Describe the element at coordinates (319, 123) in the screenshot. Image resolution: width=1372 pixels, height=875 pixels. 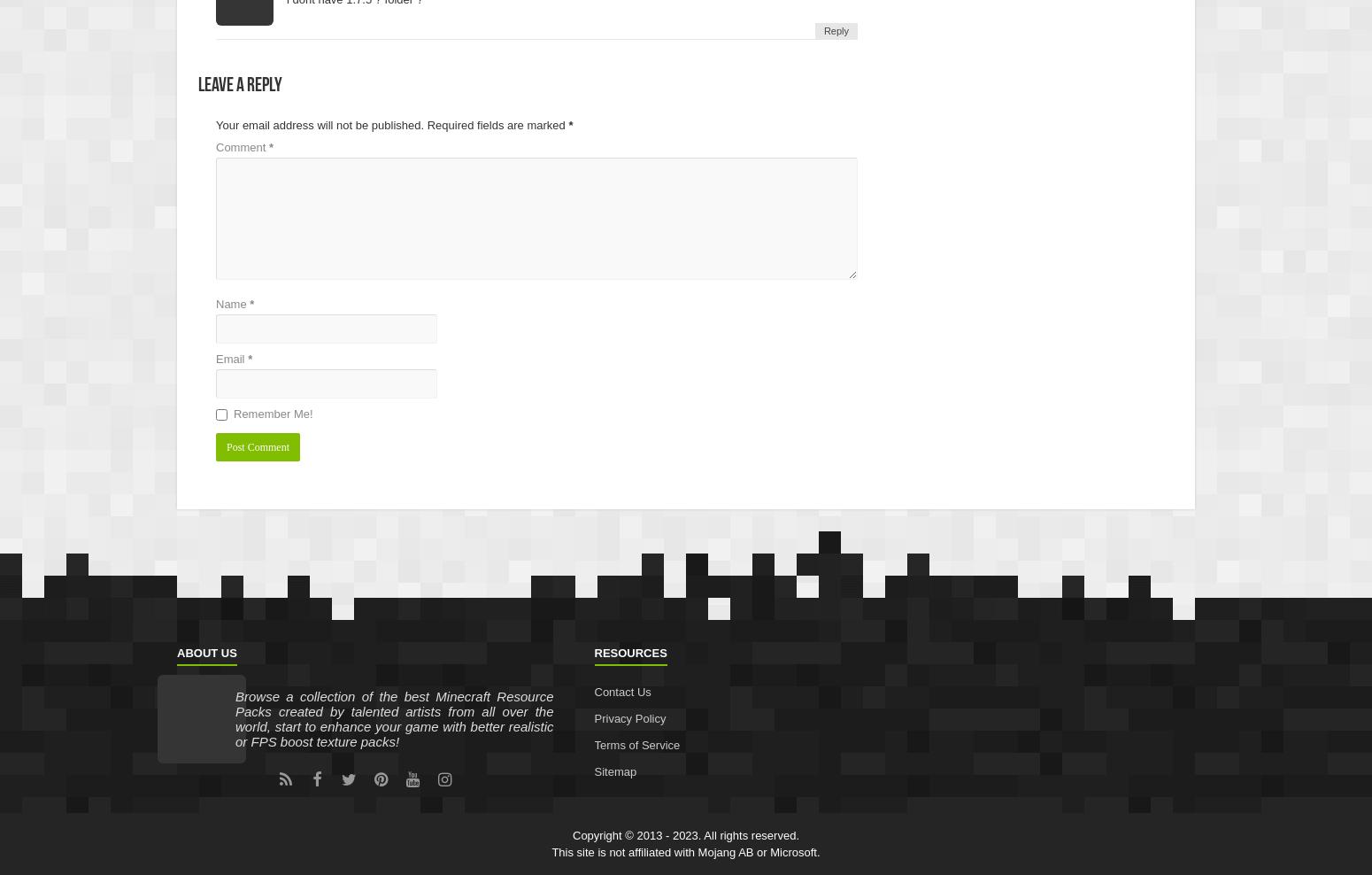
I see `'Your email address will not be published.'` at that location.